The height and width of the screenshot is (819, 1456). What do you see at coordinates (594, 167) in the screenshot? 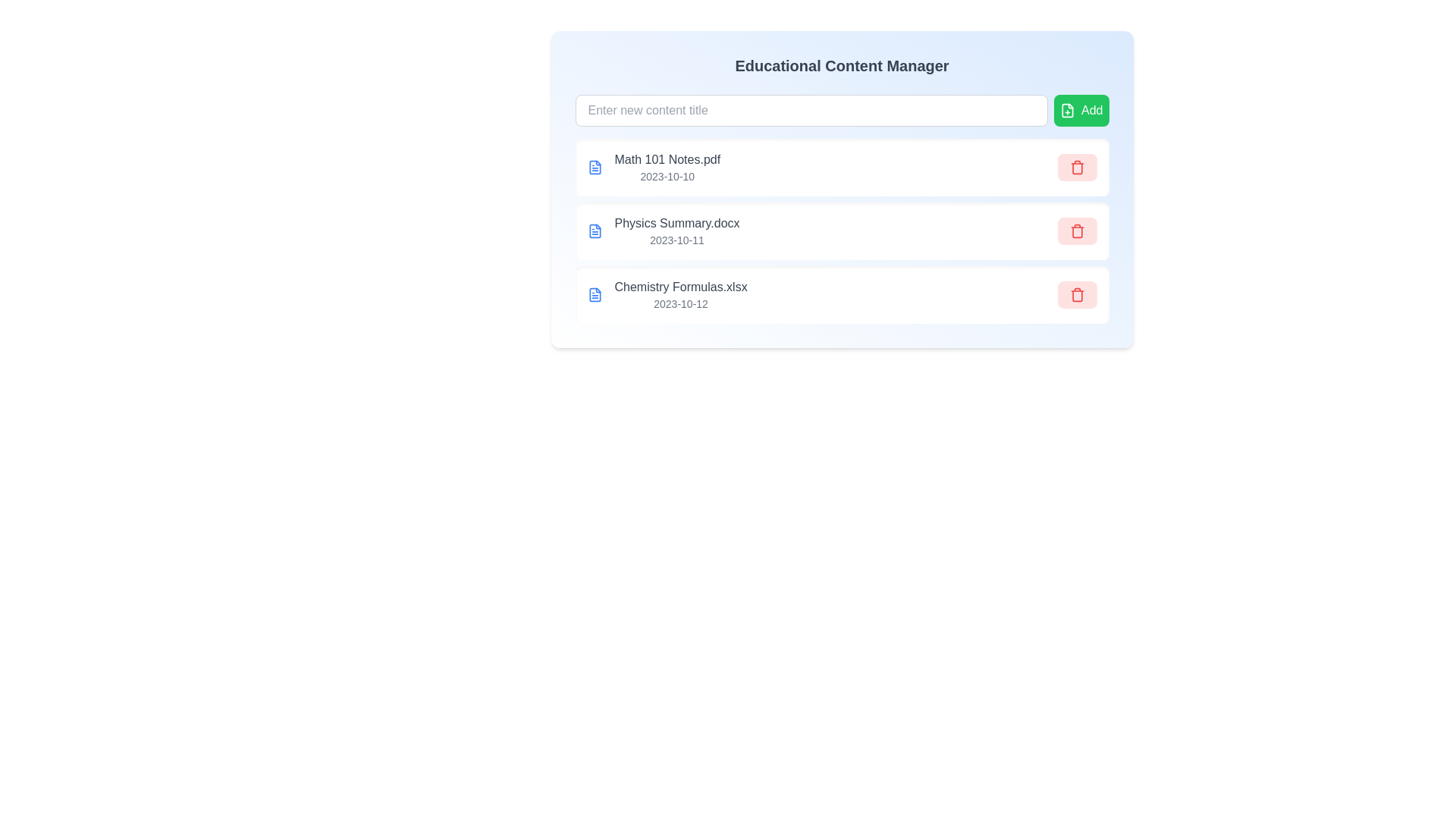
I see `the static icon representing the document 'Math 101 Notes.pdf', which is located on the left side of the first row in a list of documents` at bounding box center [594, 167].